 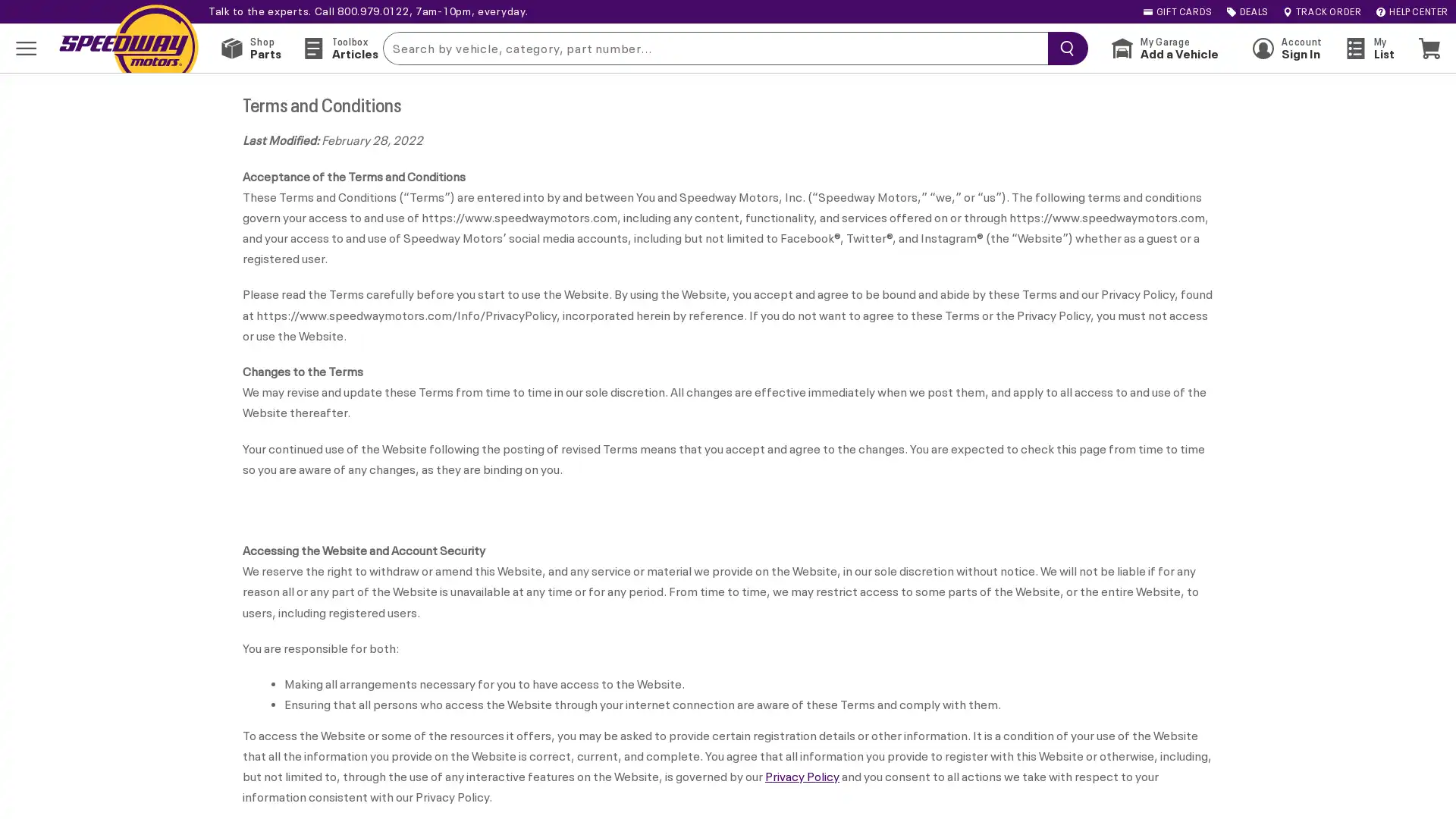 I want to click on searchButton, so click(x=1063, y=46).